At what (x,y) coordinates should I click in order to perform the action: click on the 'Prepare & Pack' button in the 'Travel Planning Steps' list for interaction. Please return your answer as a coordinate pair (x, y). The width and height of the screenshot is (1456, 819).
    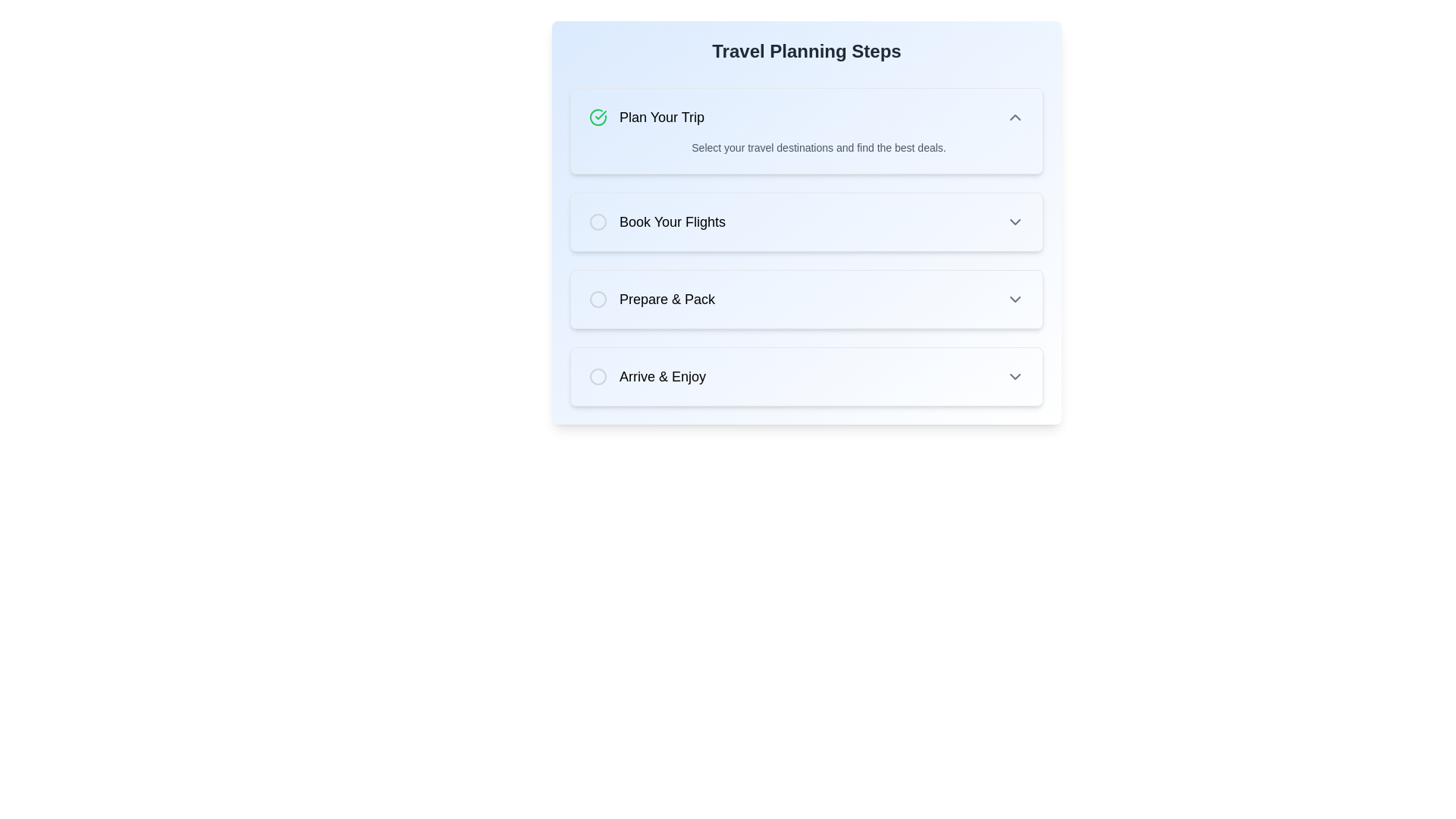
    Looking at the image, I should click on (806, 299).